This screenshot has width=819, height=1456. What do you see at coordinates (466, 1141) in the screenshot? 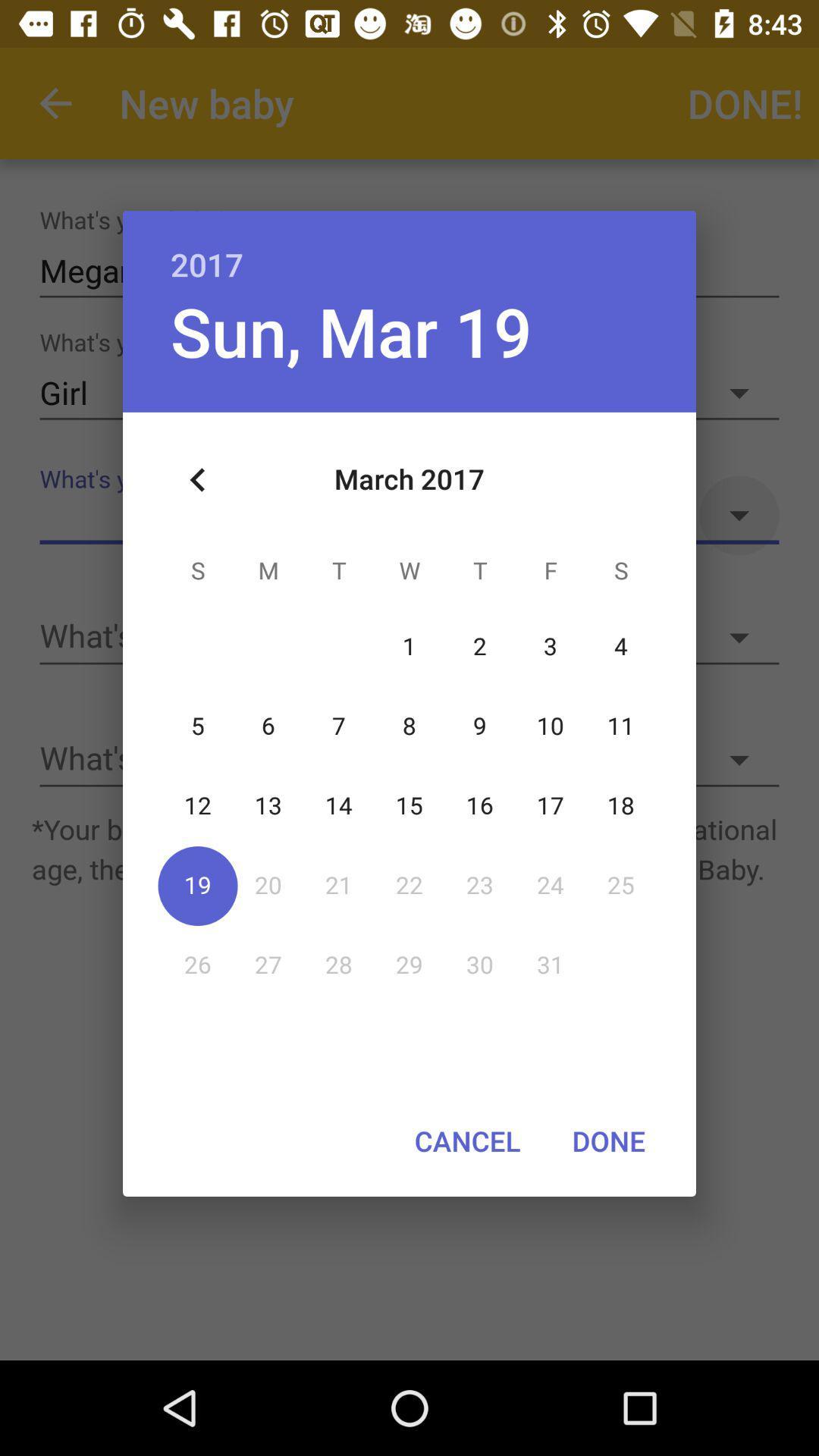
I see `the item next to the done` at bounding box center [466, 1141].